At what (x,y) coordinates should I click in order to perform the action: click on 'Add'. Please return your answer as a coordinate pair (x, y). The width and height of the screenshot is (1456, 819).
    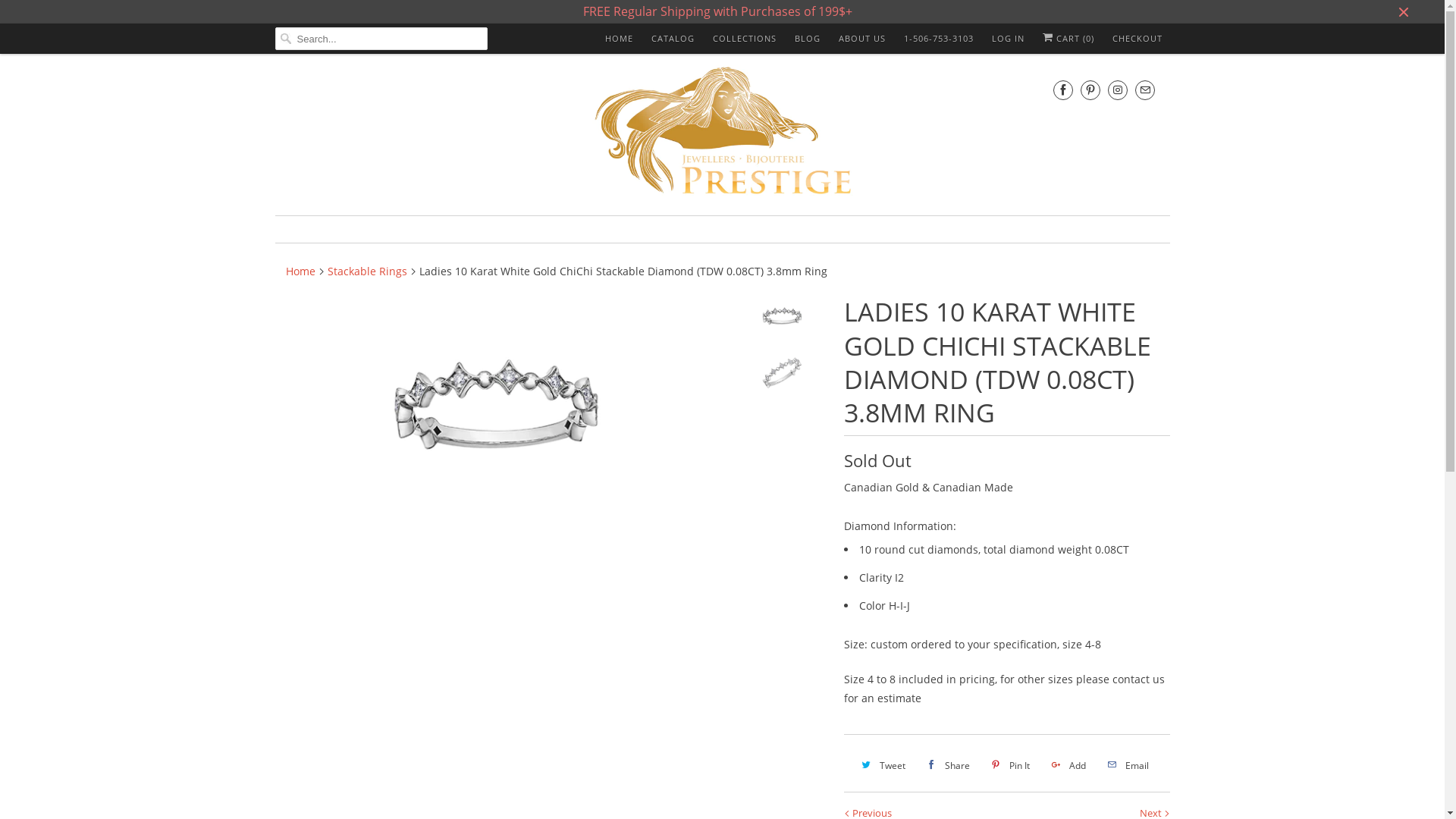
    Looking at the image, I should click on (1065, 765).